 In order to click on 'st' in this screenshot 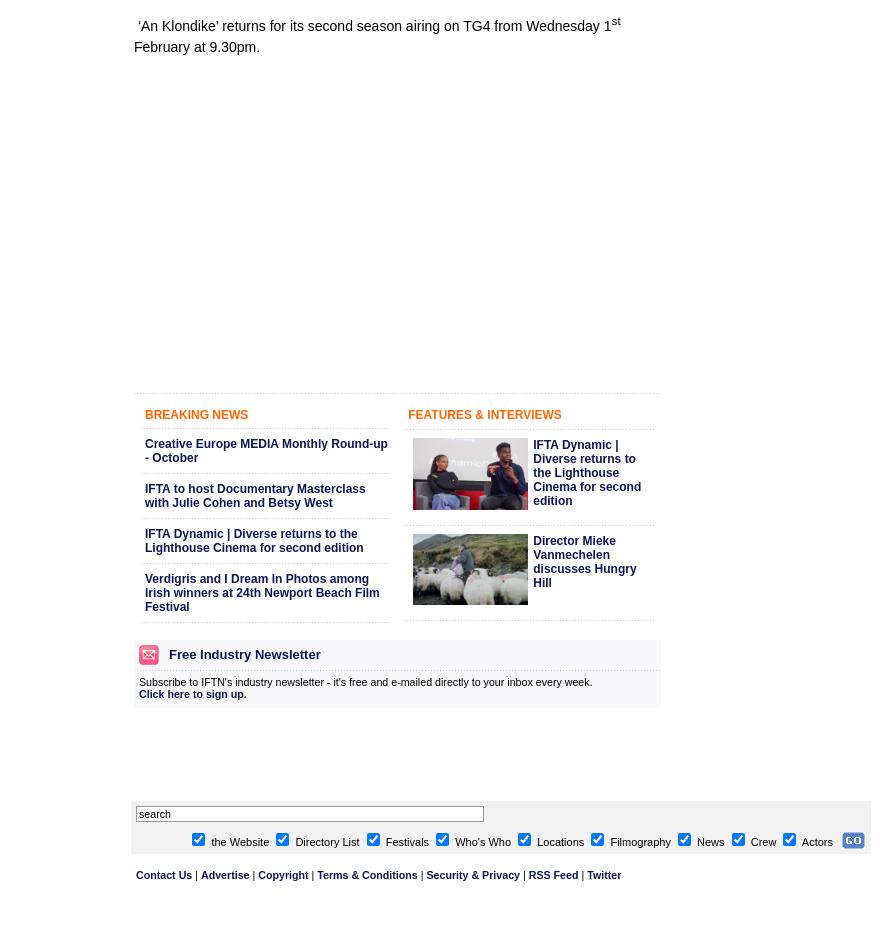, I will do `click(614, 19)`.